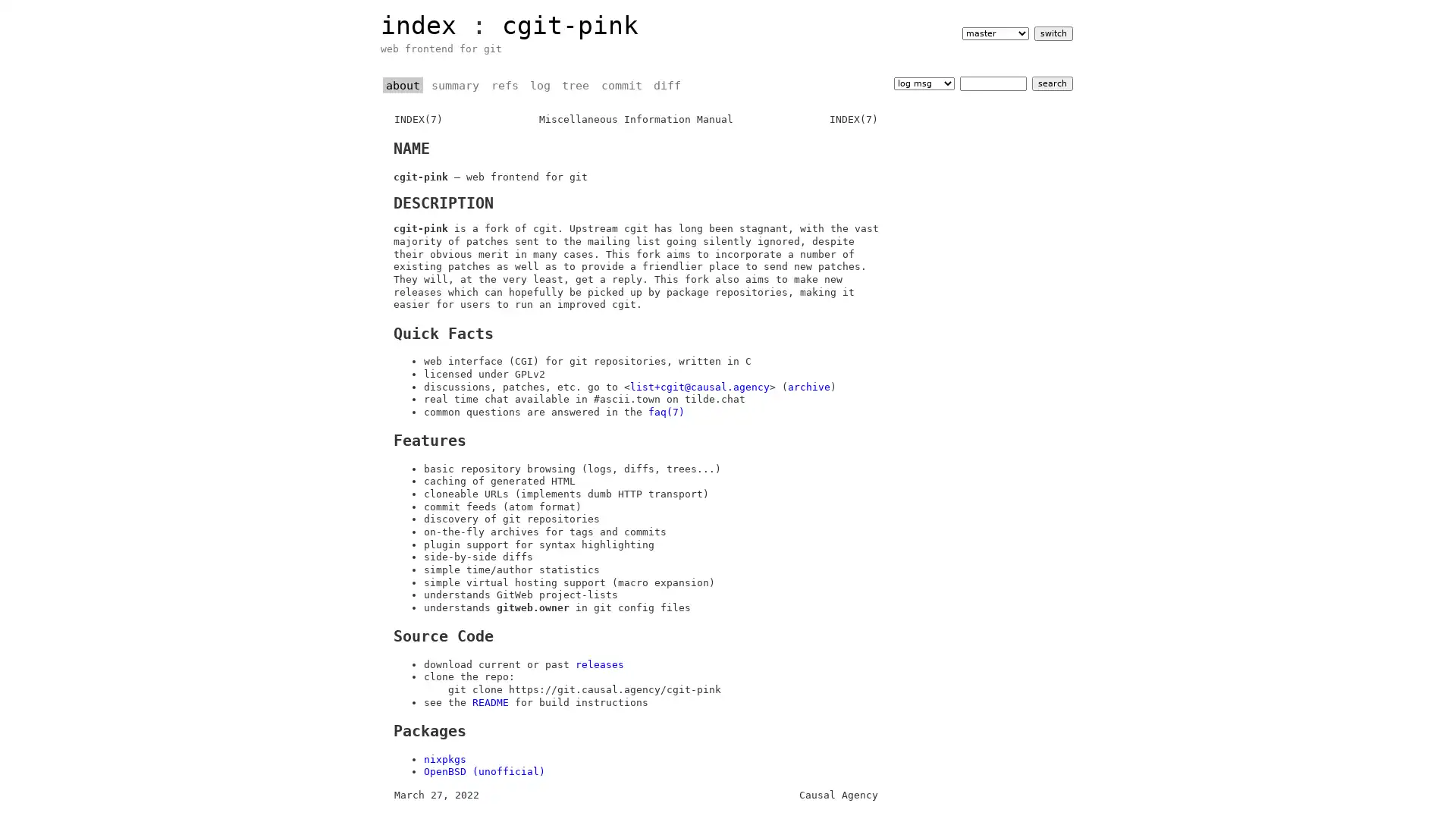  I want to click on search, so click(1051, 83).